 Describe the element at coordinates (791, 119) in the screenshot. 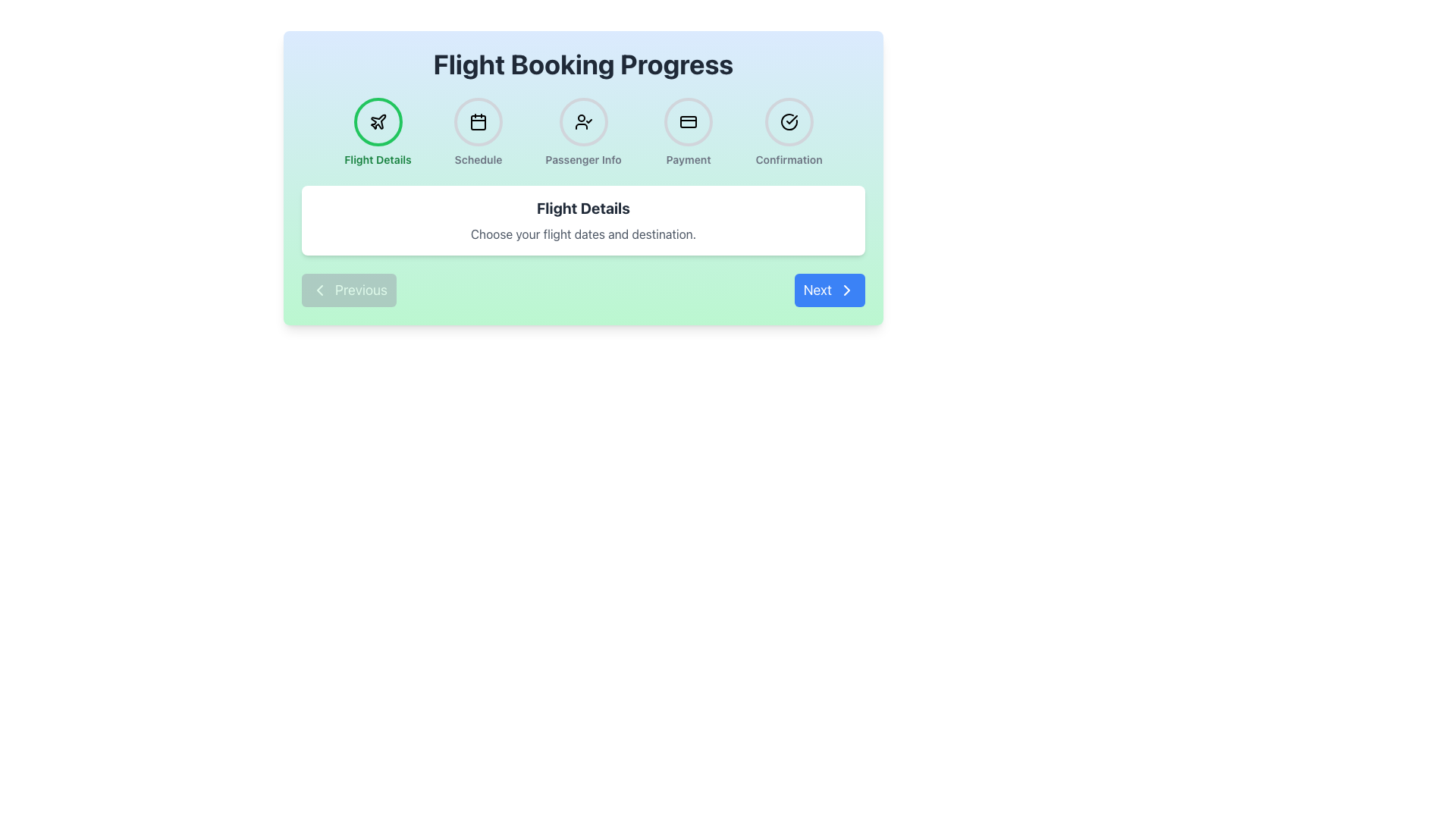

I see `checkmark SVG graphical element located in the 'Confirmation' section of the progress tracker at the top-right of the interface` at that location.